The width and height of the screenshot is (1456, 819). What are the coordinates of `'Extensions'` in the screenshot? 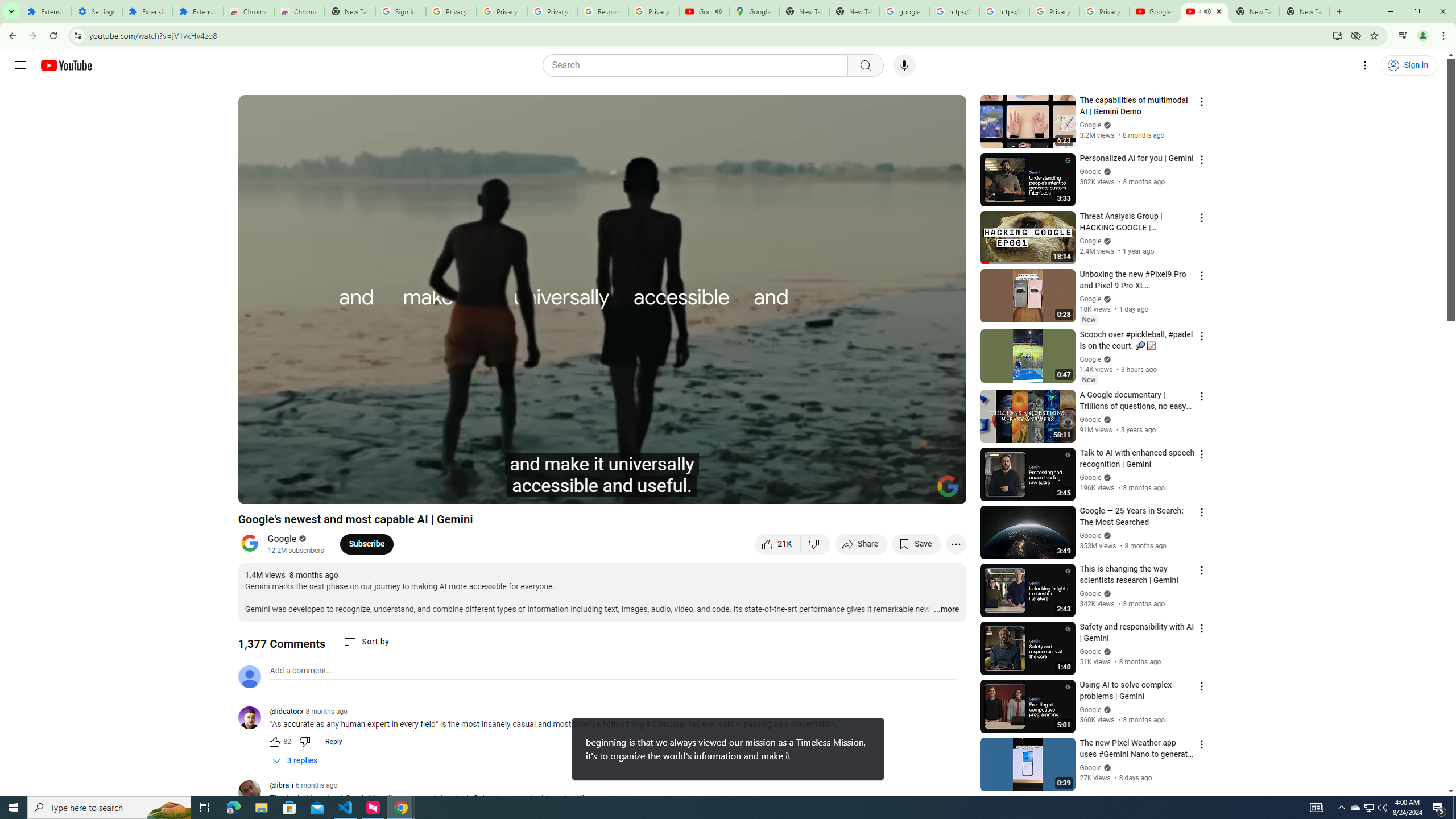 It's located at (197, 11).